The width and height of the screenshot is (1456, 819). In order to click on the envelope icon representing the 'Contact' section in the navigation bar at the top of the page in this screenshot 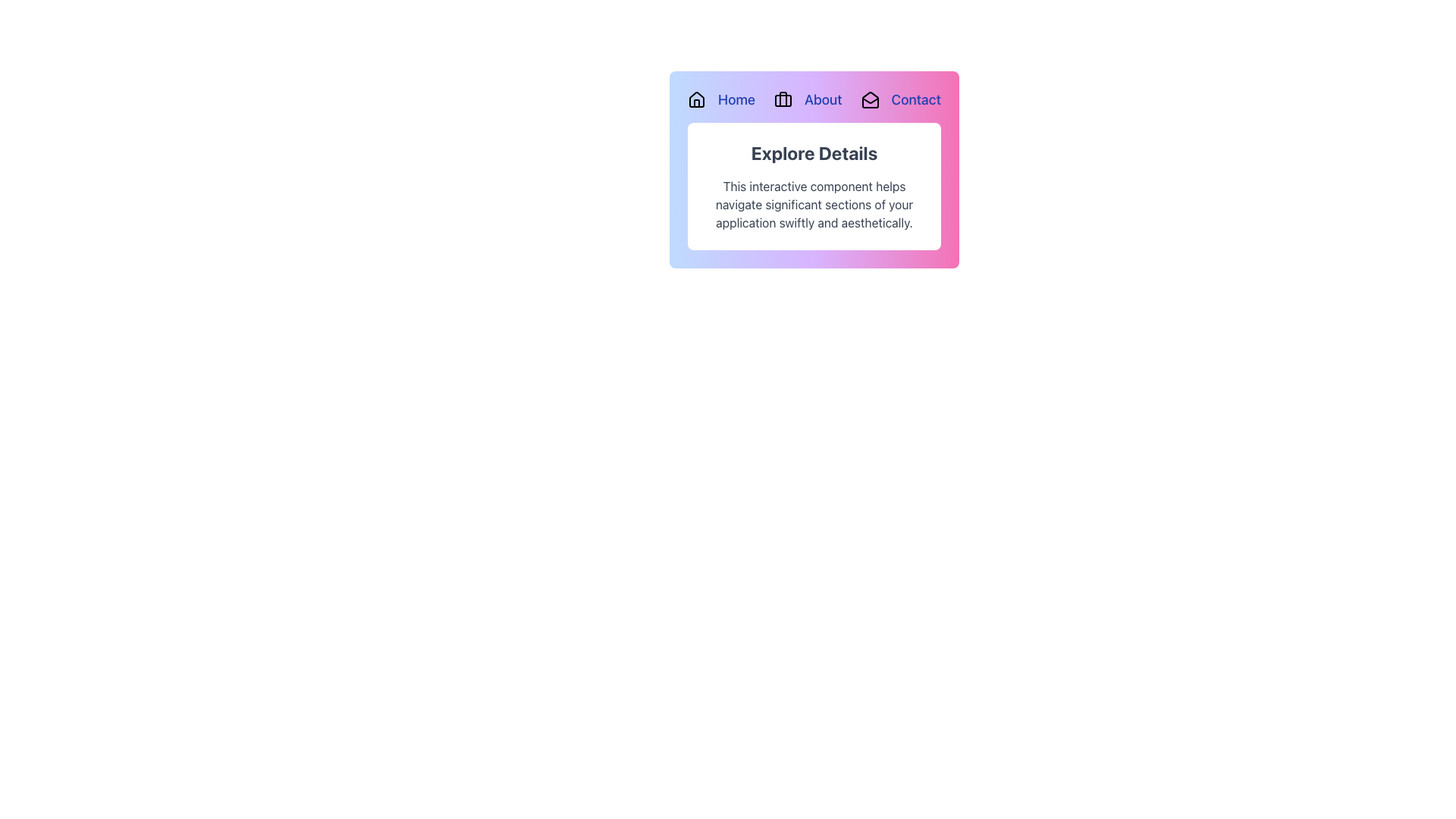, I will do `click(870, 99)`.